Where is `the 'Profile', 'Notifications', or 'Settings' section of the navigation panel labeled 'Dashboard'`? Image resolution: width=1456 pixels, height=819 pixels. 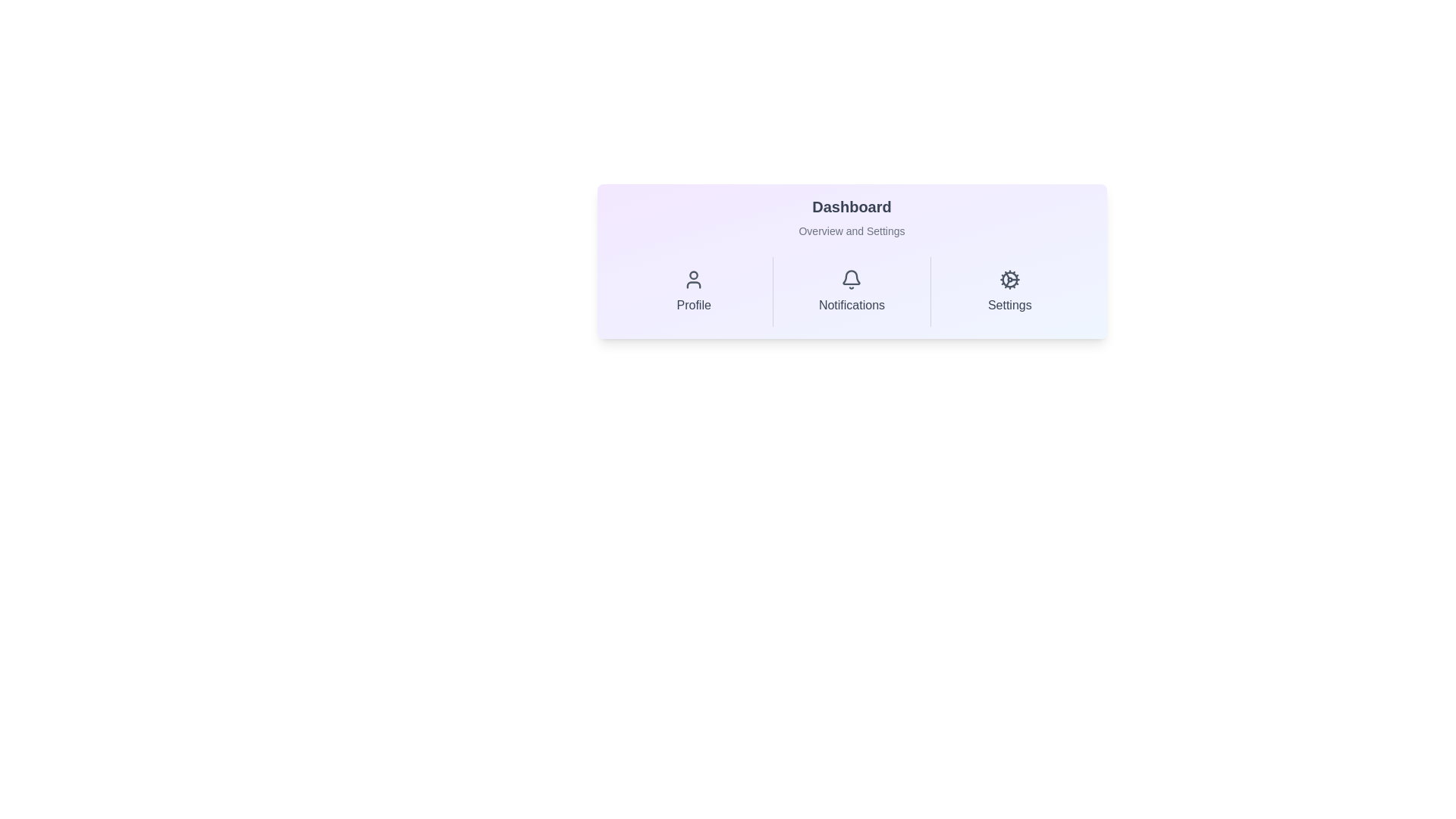
the 'Profile', 'Notifications', or 'Settings' section of the navigation panel labeled 'Dashboard' is located at coordinates (852, 260).